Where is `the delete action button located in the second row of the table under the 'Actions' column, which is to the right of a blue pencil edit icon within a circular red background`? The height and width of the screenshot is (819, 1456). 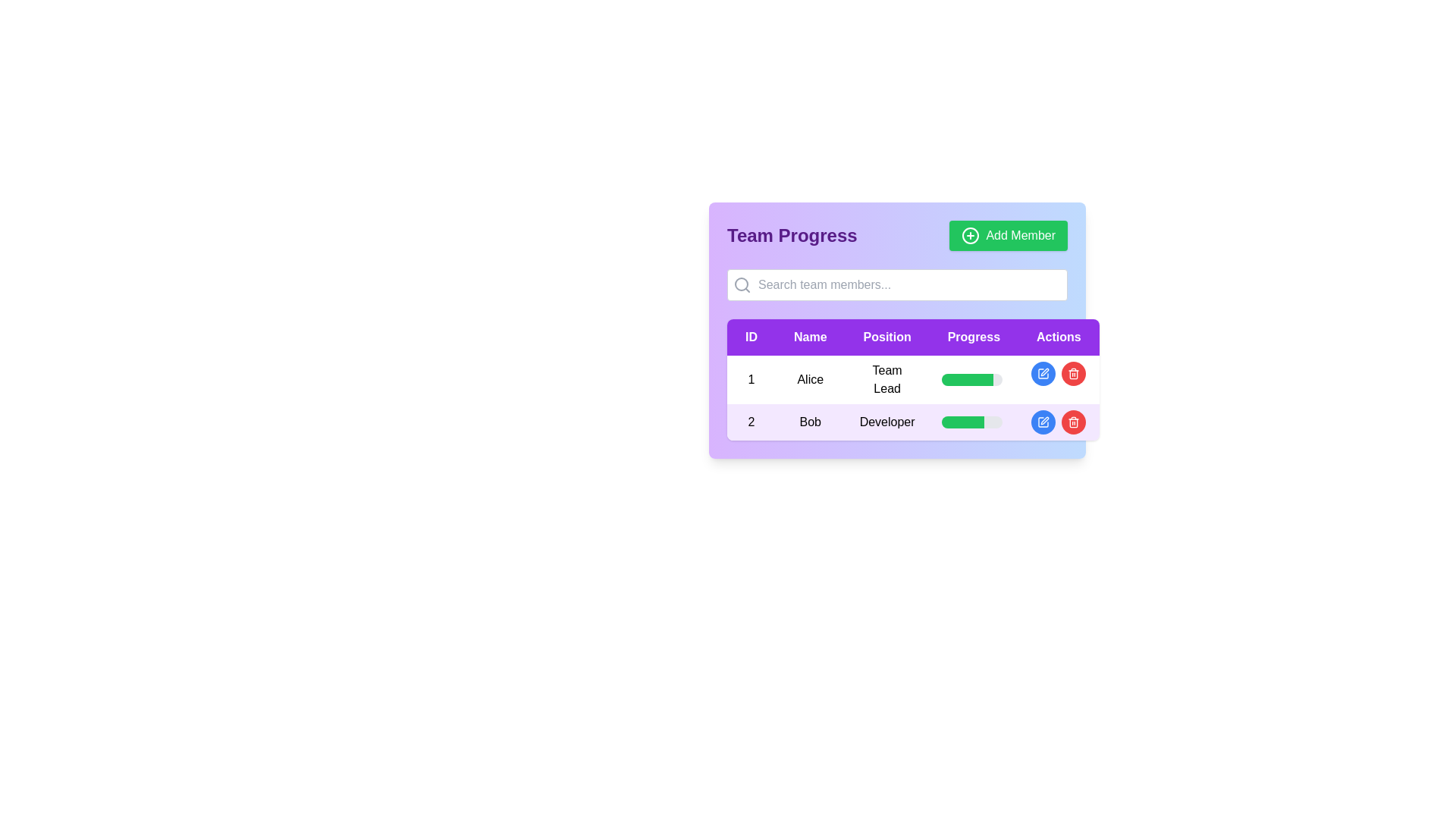
the delete action button located in the second row of the table under the 'Actions' column, which is to the right of a blue pencil edit icon within a circular red background is located at coordinates (1073, 374).